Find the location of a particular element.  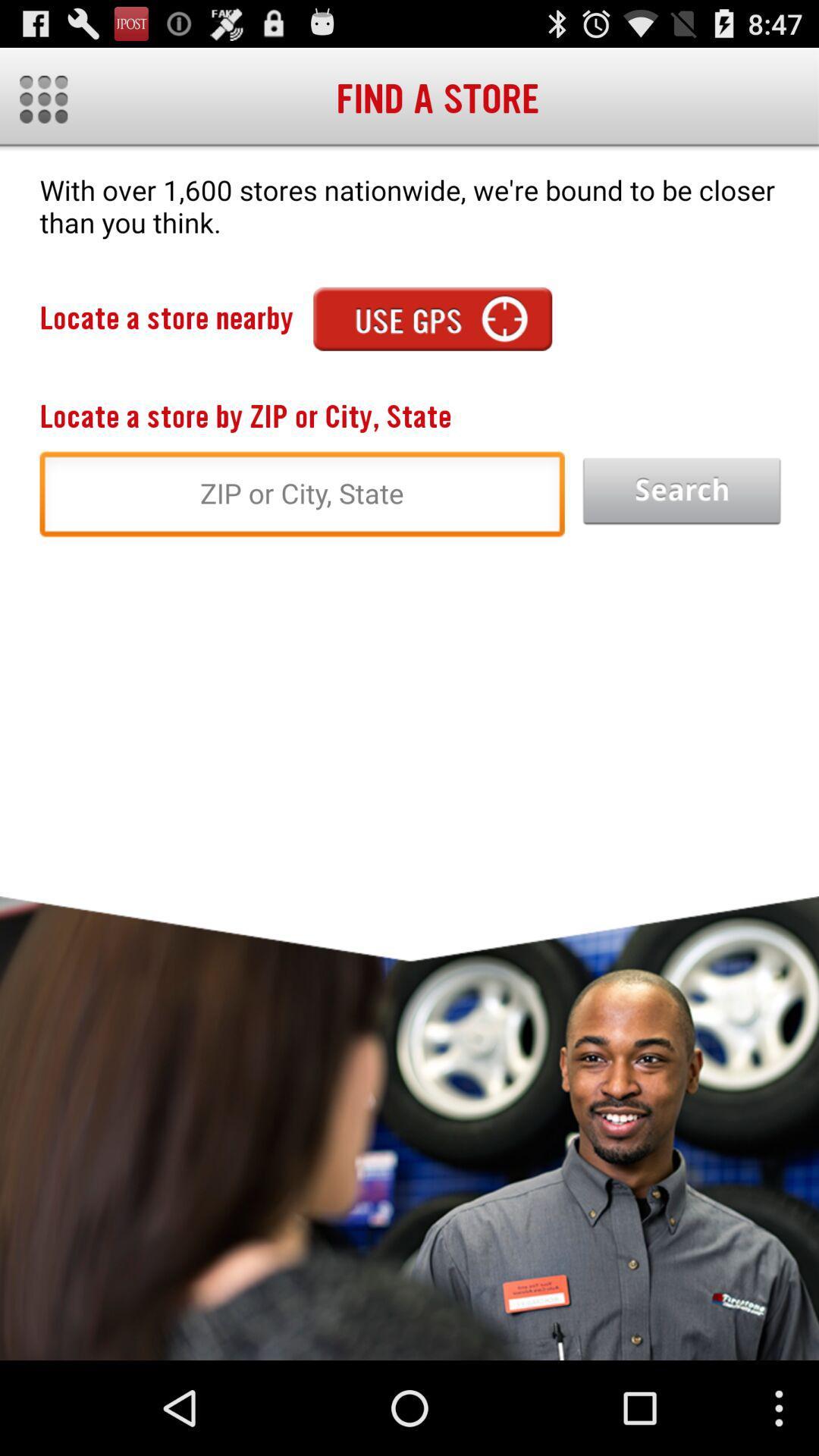

more button is located at coordinates (42, 99).